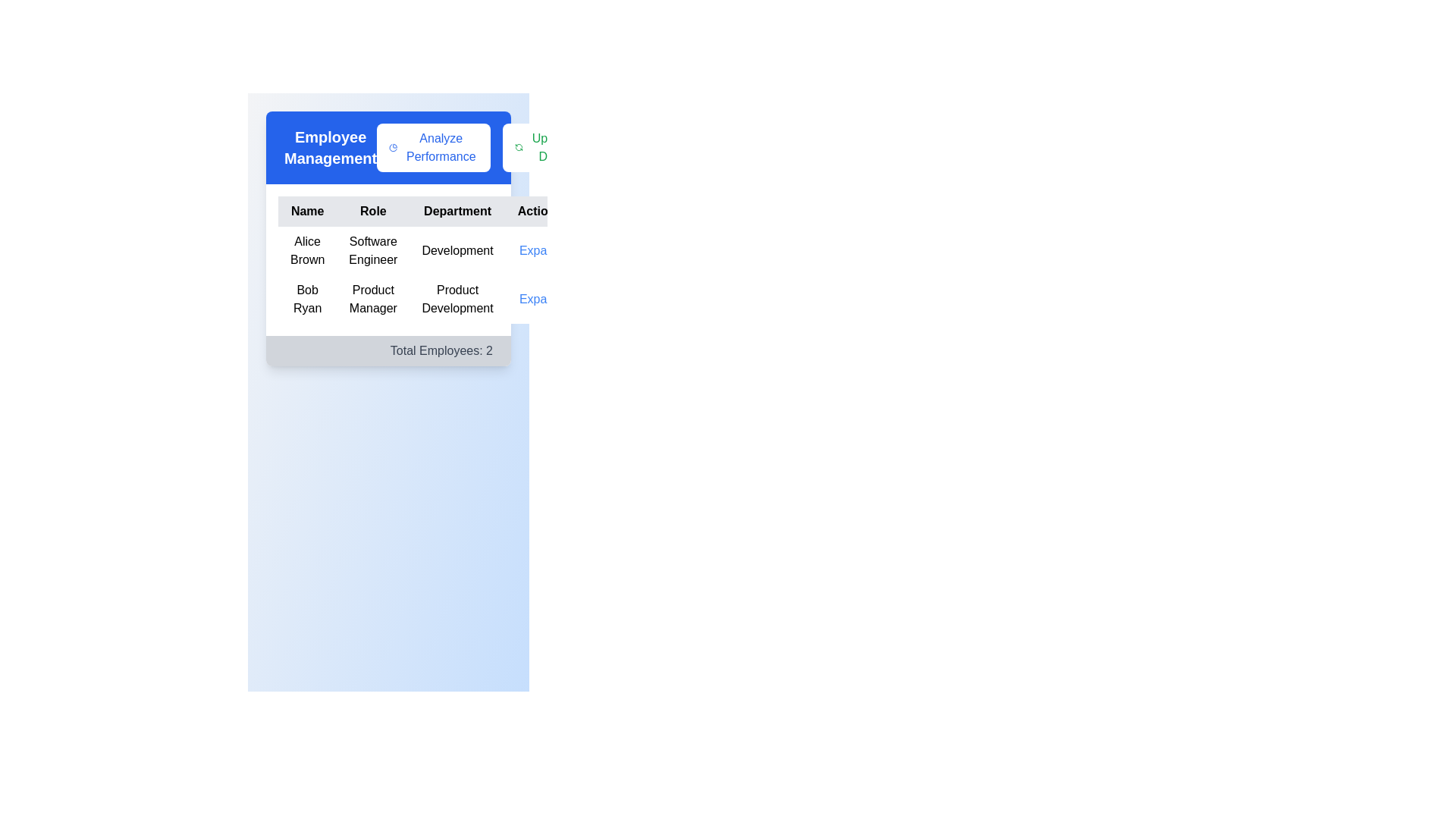  What do you see at coordinates (519, 148) in the screenshot?
I see `the refresh icon located to the left of the 'Update Data' button` at bounding box center [519, 148].